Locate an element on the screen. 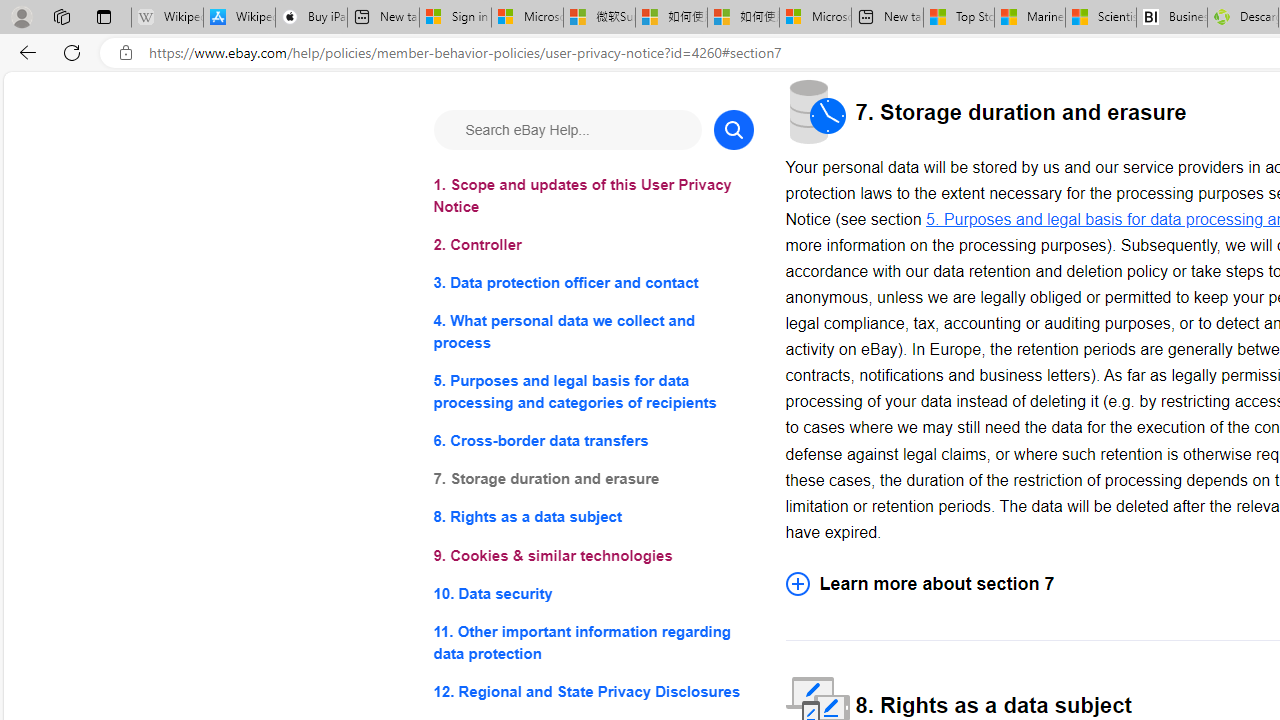 This screenshot has height=720, width=1280. 'Microsoft Services Agreement' is located at coordinates (527, 17).